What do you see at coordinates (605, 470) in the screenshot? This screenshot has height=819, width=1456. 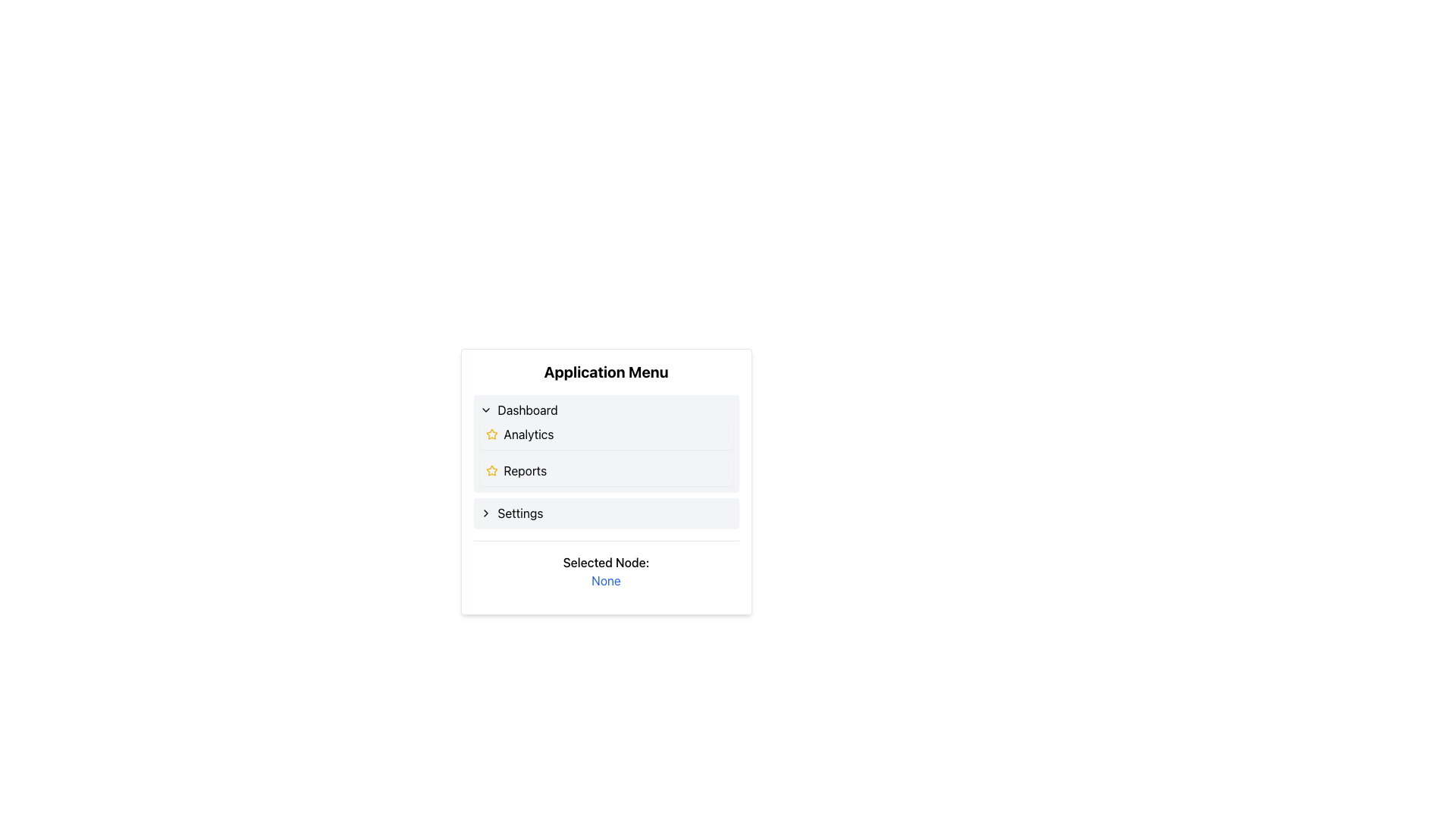 I see `the 'Reports' button located in the Analytics section of the application menu` at bounding box center [605, 470].